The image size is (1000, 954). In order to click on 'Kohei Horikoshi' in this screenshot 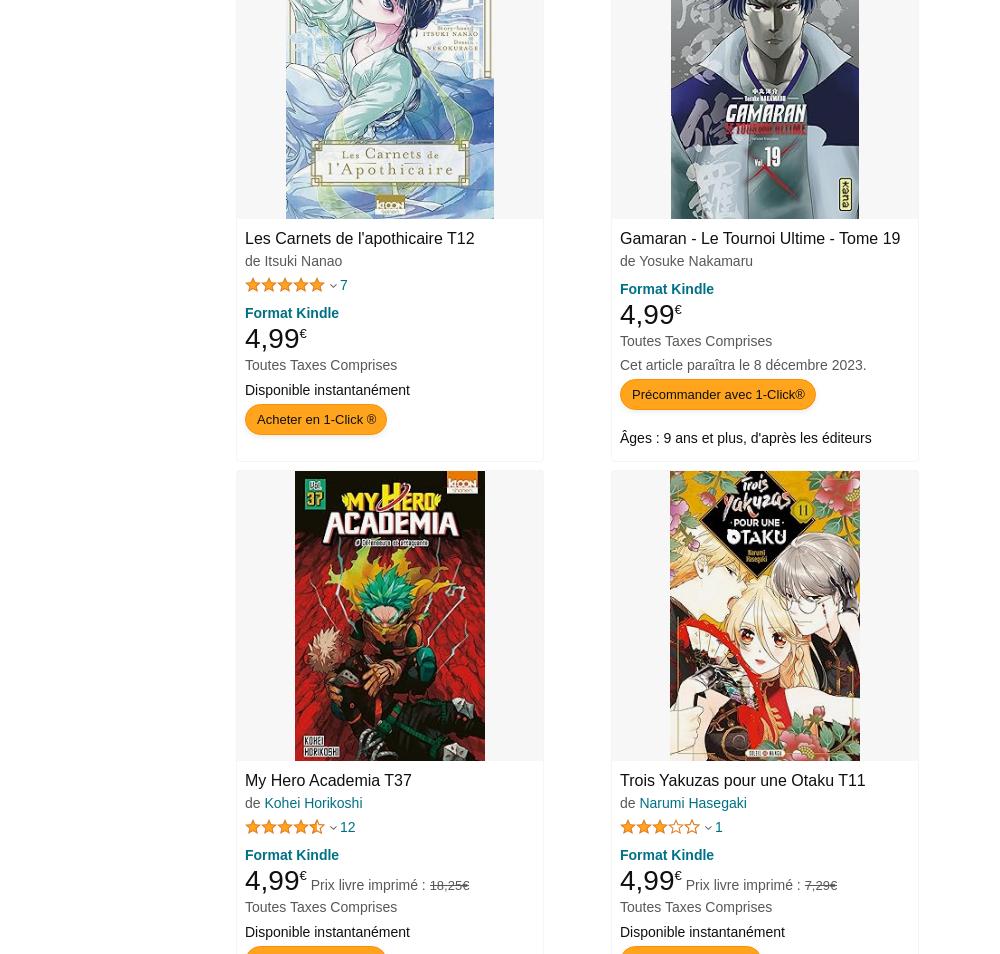, I will do `click(312, 802)`.